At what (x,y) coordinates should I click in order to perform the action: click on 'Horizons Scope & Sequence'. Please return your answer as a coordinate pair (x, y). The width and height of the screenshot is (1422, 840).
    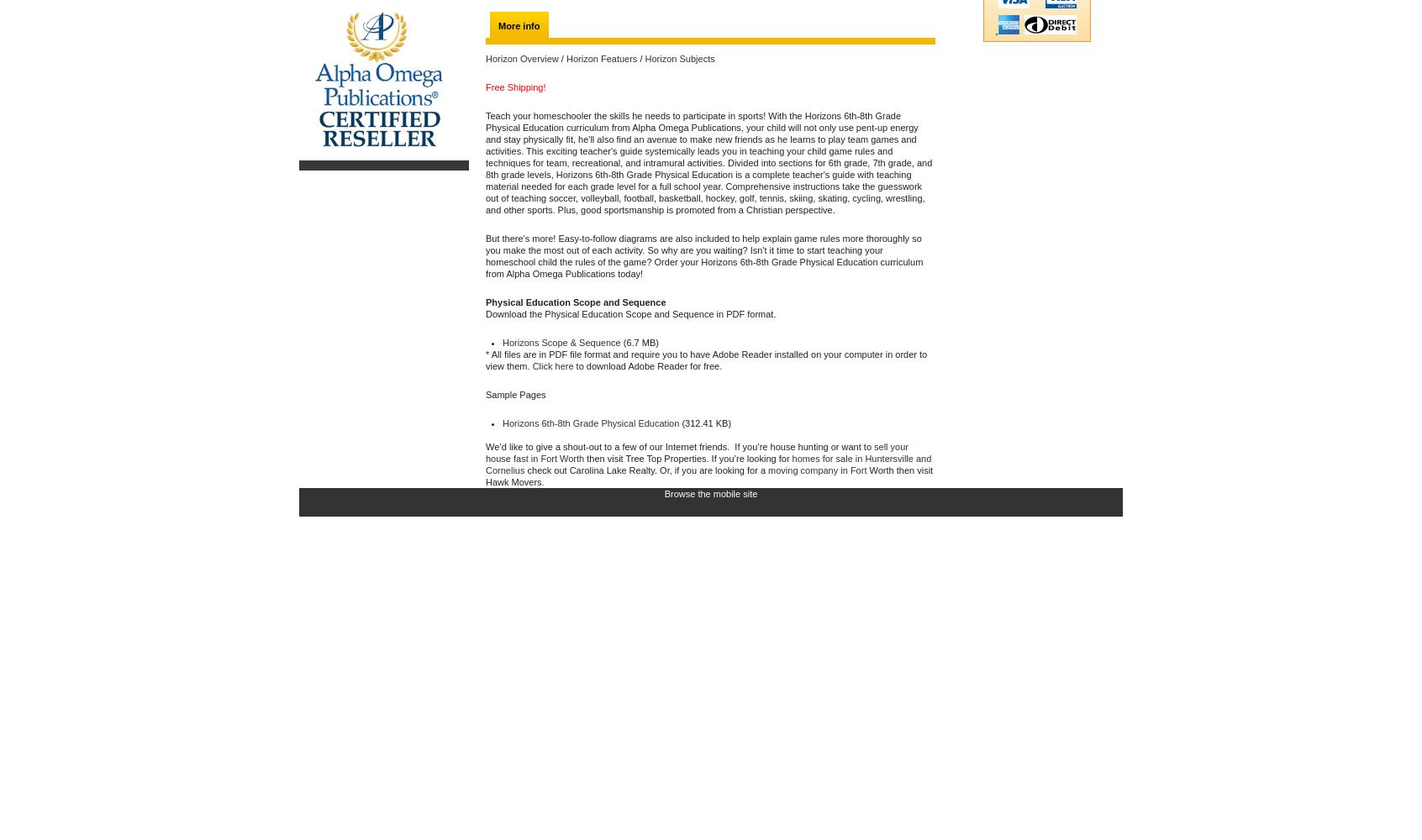
    Looking at the image, I should click on (561, 343).